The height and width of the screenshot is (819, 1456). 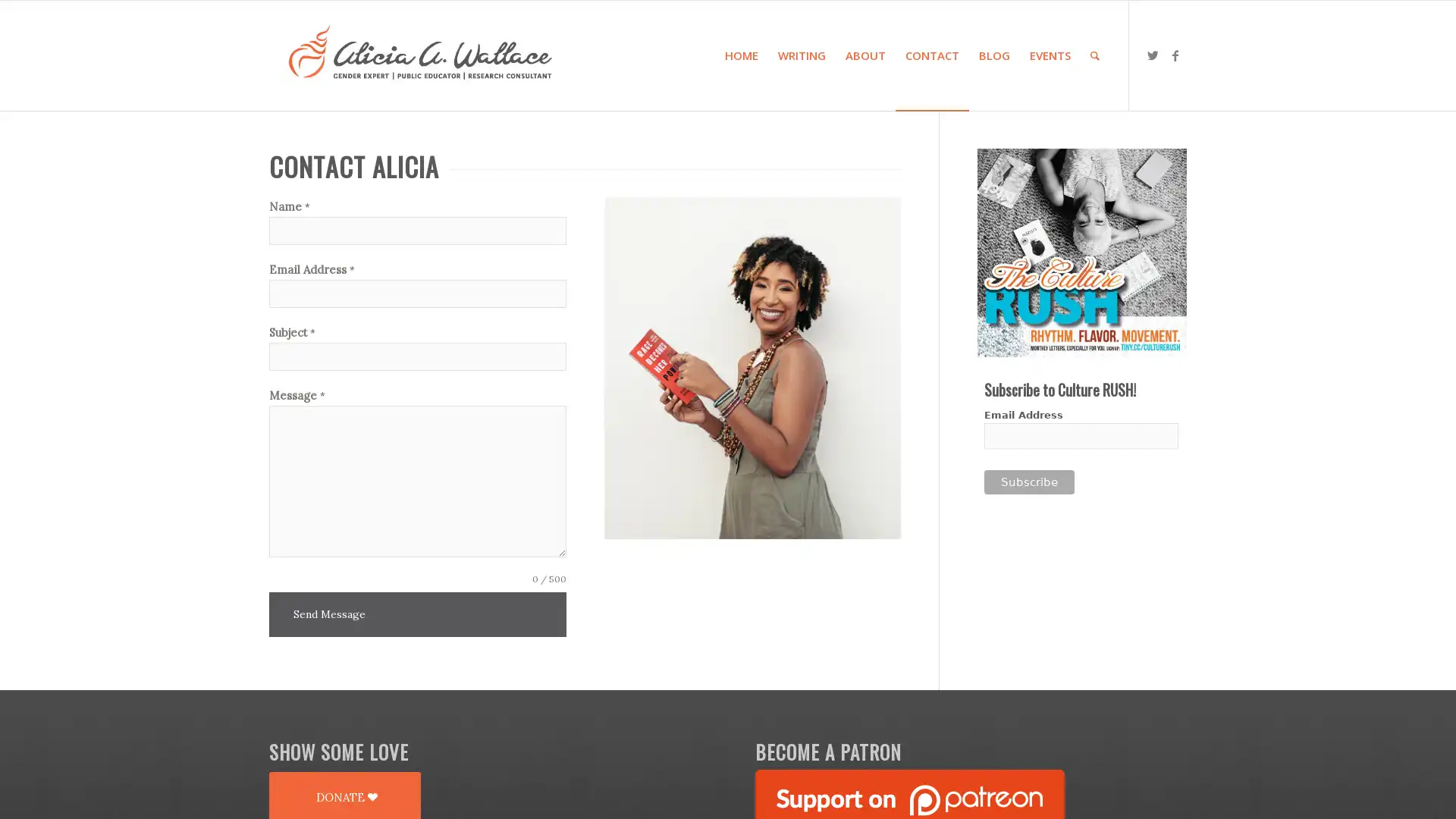 What do you see at coordinates (1028, 482) in the screenshot?
I see `Subscribe` at bounding box center [1028, 482].